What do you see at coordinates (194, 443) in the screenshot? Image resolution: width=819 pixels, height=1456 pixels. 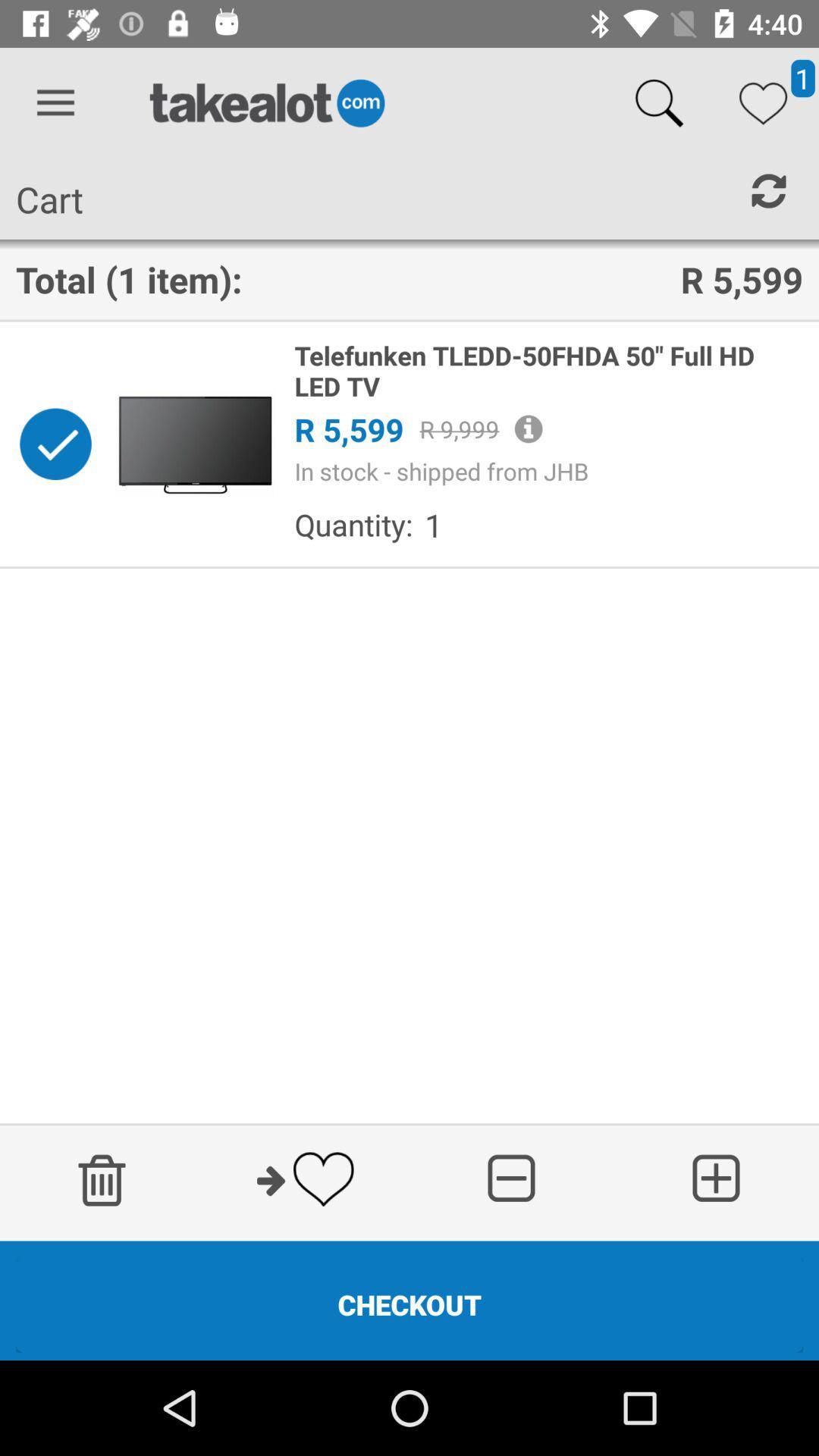 I see `item to the left of telefunken tledd 50fhda icon` at bounding box center [194, 443].